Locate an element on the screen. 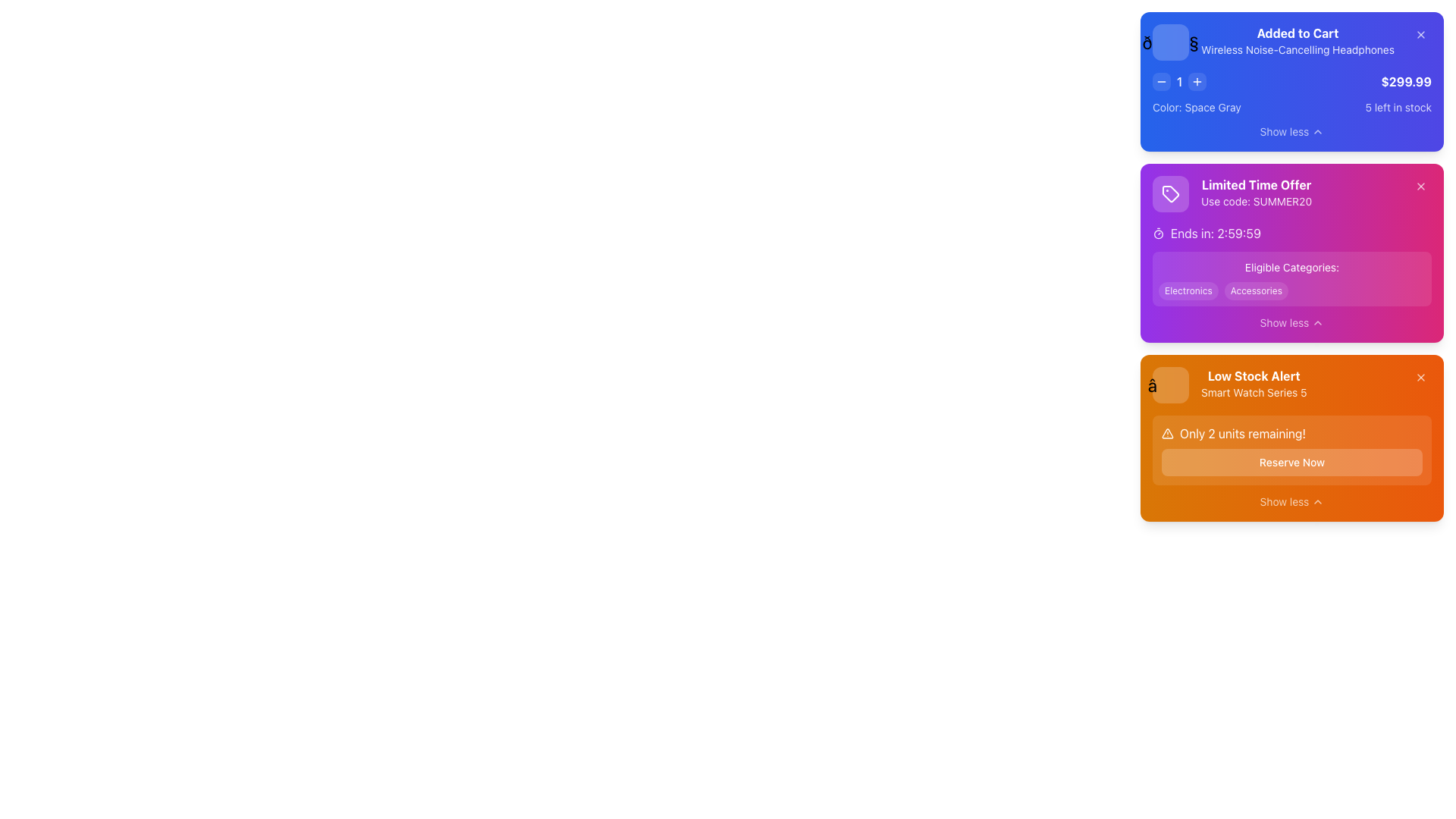 This screenshot has height=819, width=1456. the 'Electronics' text badge, which is a rounded rectangular badge with white text on a translucent purple background, located below the 'Limited Time Offer' section is located at coordinates (1188, 291).